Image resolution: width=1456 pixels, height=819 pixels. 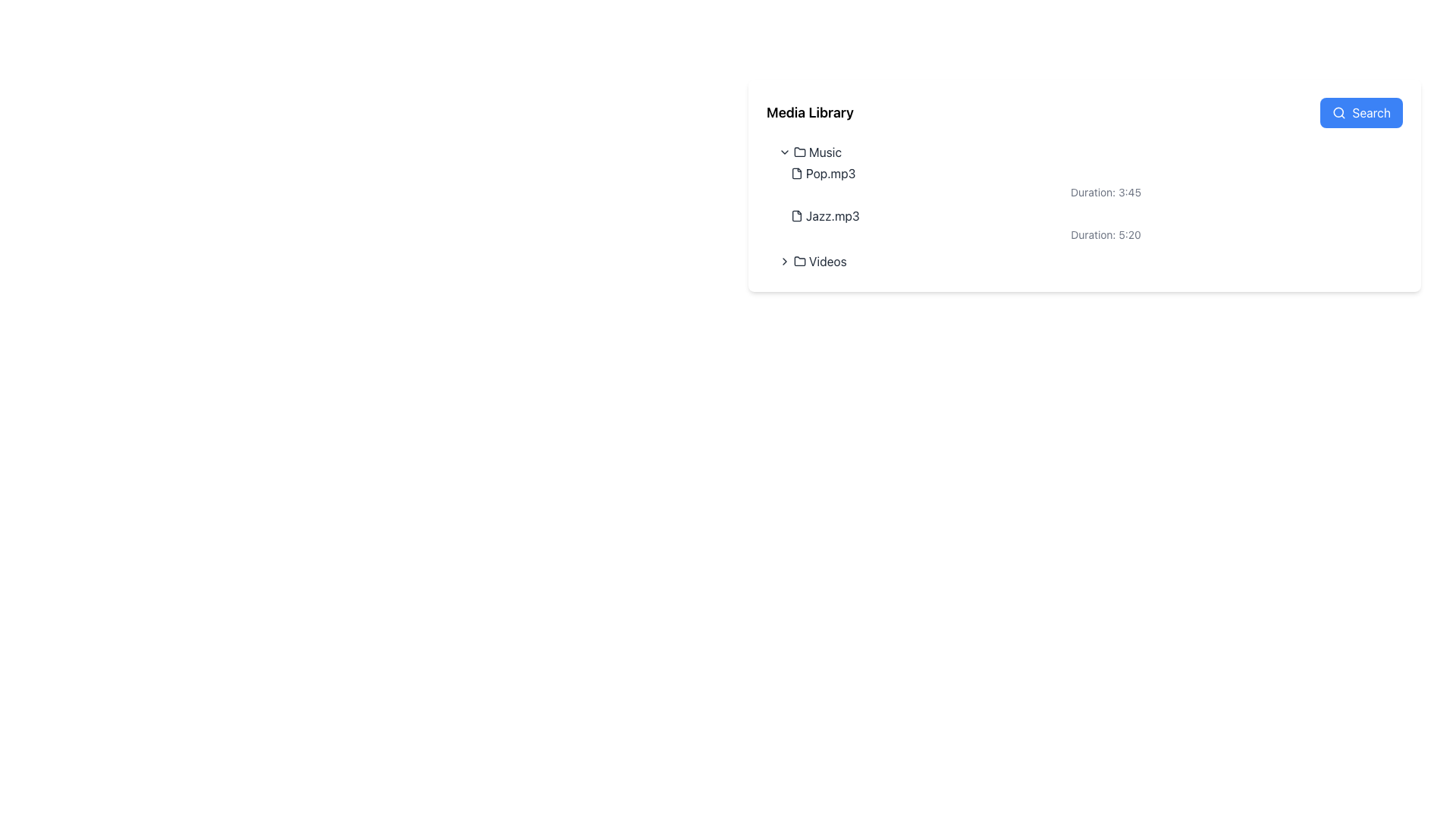 I want to click on the folder icon in the Media Library, so click(x=799, y=152).